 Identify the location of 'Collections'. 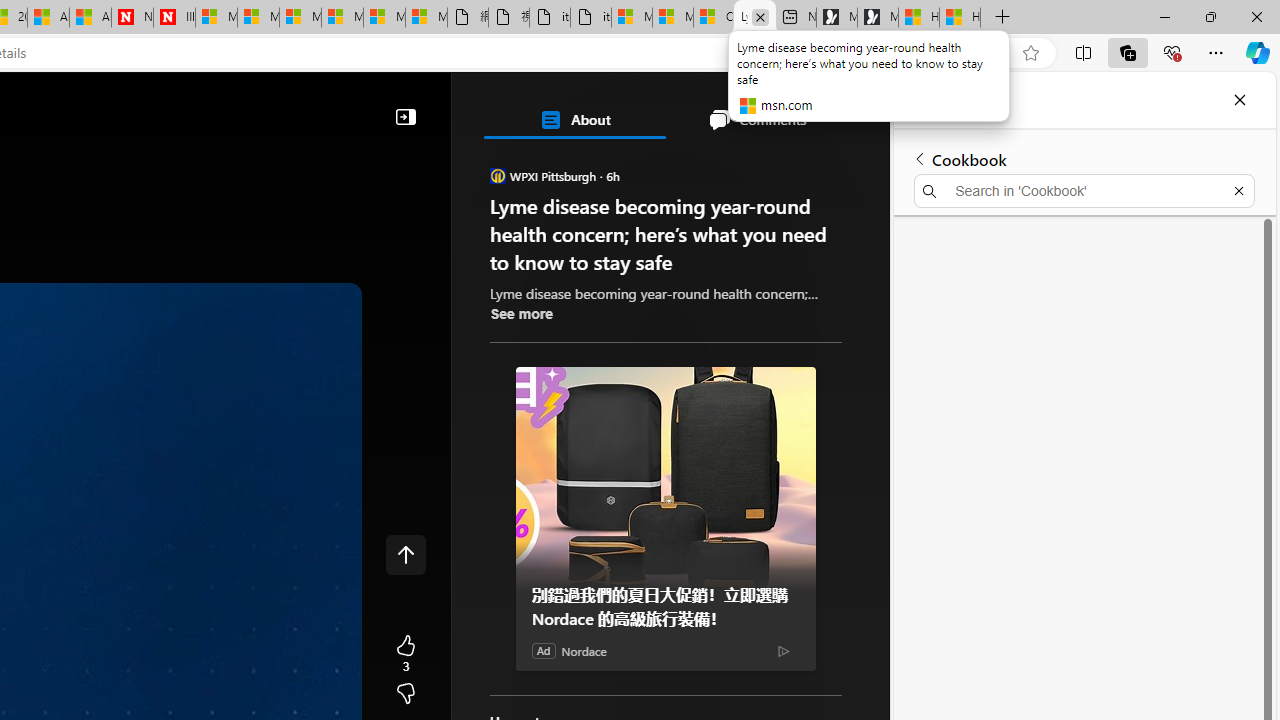
(1128, 51).